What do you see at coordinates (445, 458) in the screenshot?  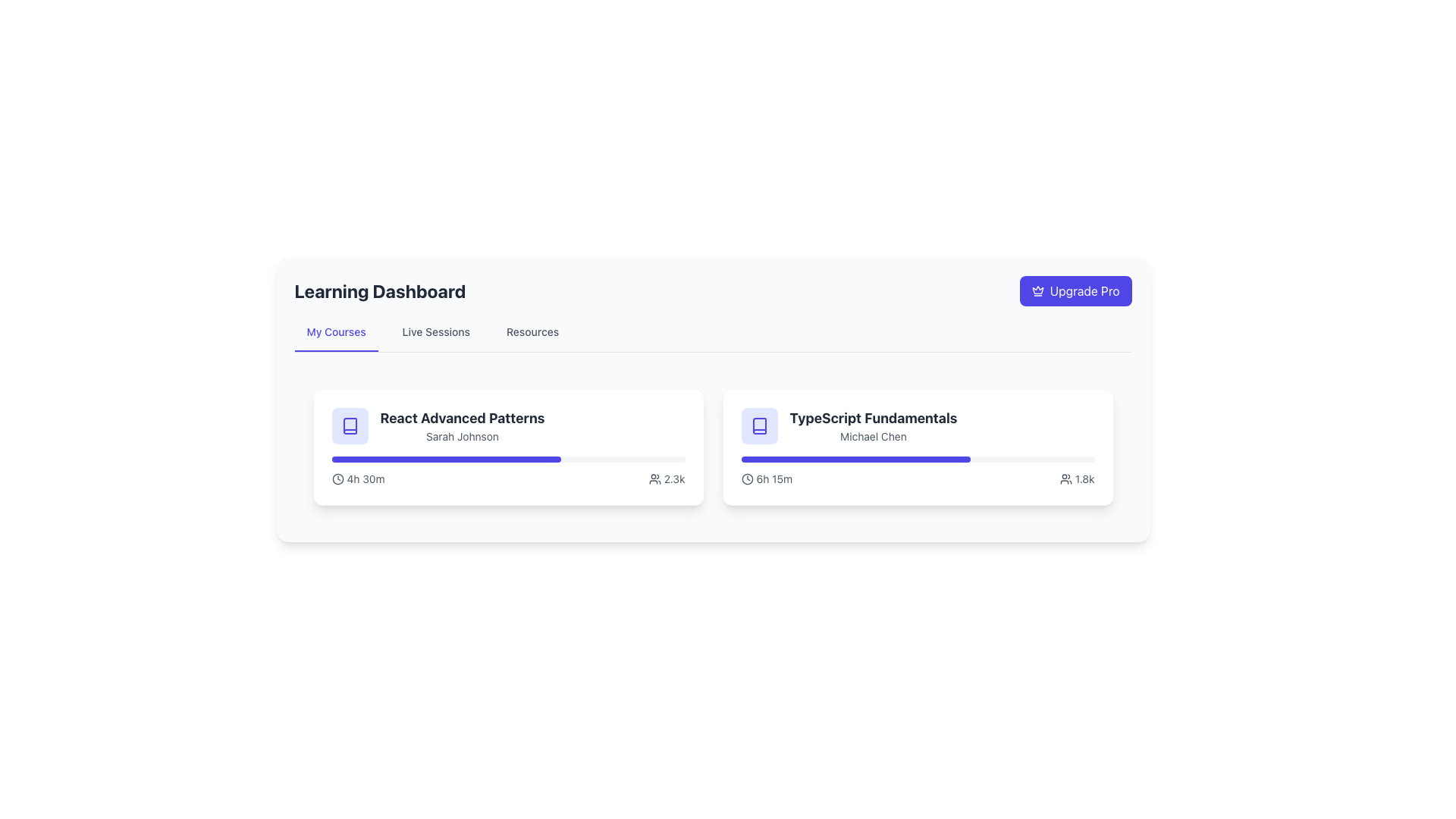 I see `the purple progress bar within the 'React Advanced Patterns' card, which is approximately 65% filled and has a smooth transition effect` at bounding box center [445, 458].